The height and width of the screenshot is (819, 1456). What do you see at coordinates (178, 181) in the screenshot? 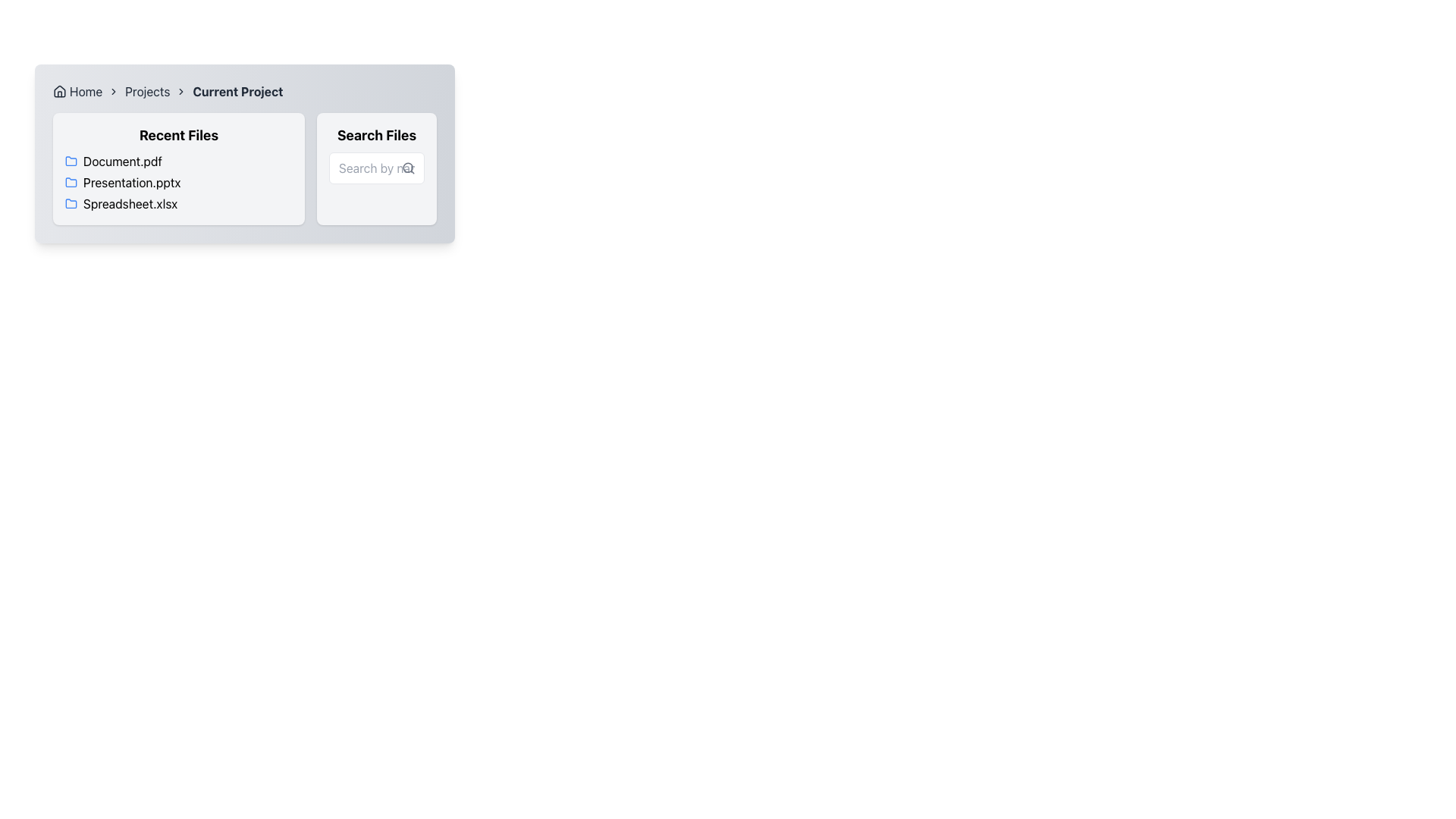
I see `the text label 'Presentation.pptx' in the second row of the 'Recent Files' list` at bounding box center [178, 181].